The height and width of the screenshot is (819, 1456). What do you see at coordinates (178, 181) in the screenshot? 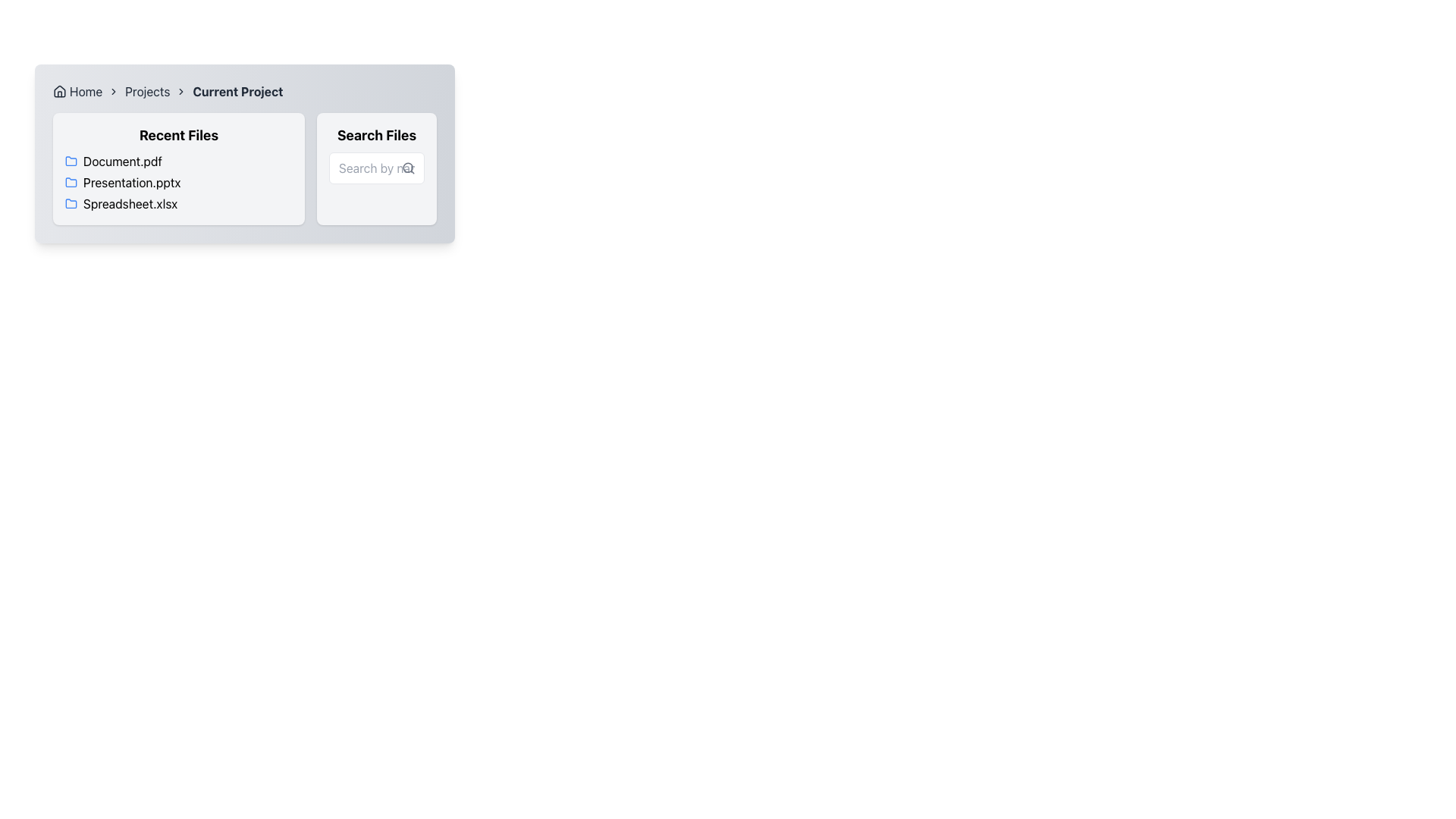
I see `the text label 'Presentation.pptx' in the second row of the 'Recent Files' list` at bounding box center [178, 181].